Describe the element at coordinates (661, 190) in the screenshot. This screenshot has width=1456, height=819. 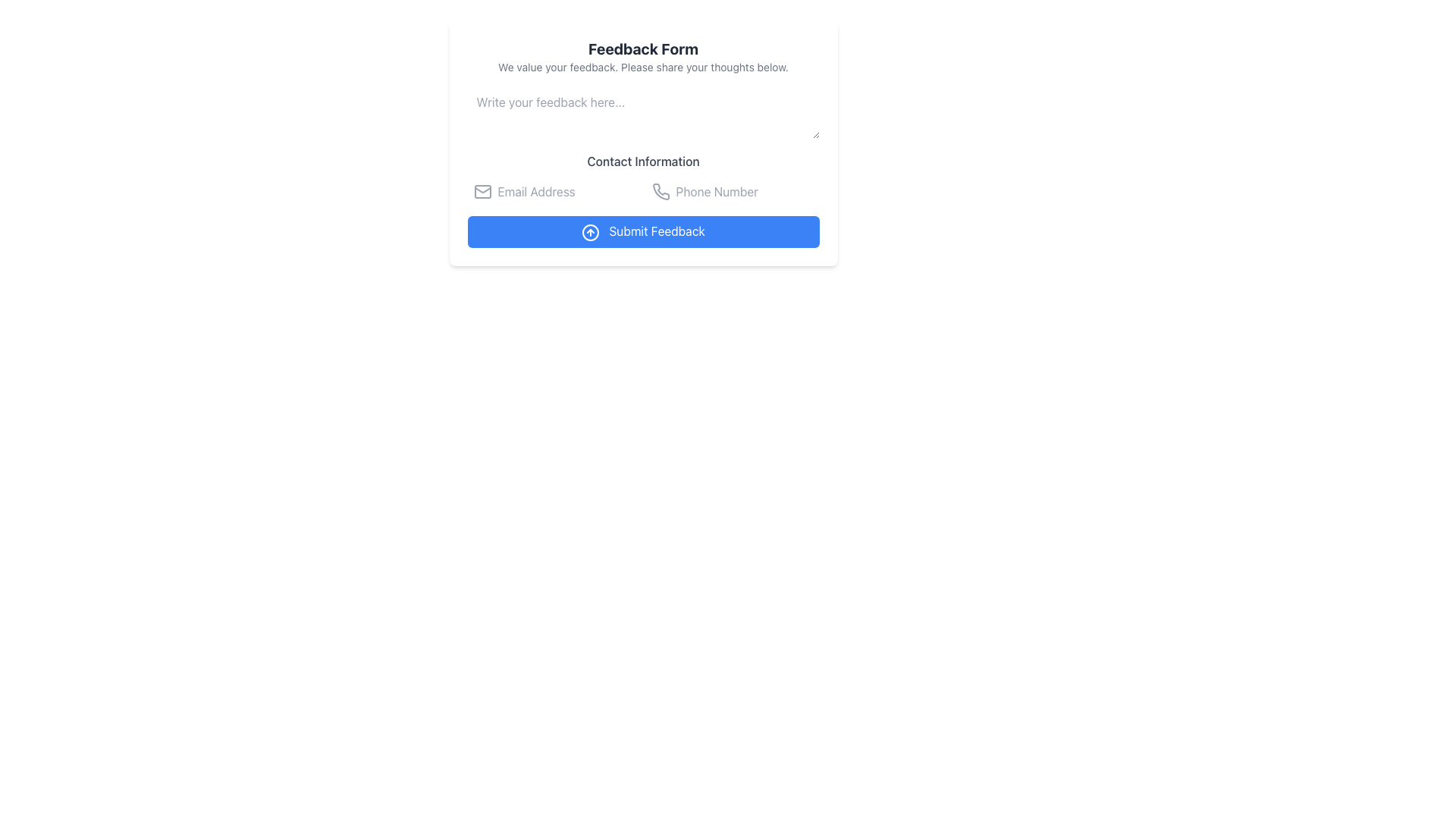
I see `the phone icon representing the 'Phone Number' field located in the 'Contact Information' section, which is the only phone icon to the left of the 'Phone Number' label` at that location.